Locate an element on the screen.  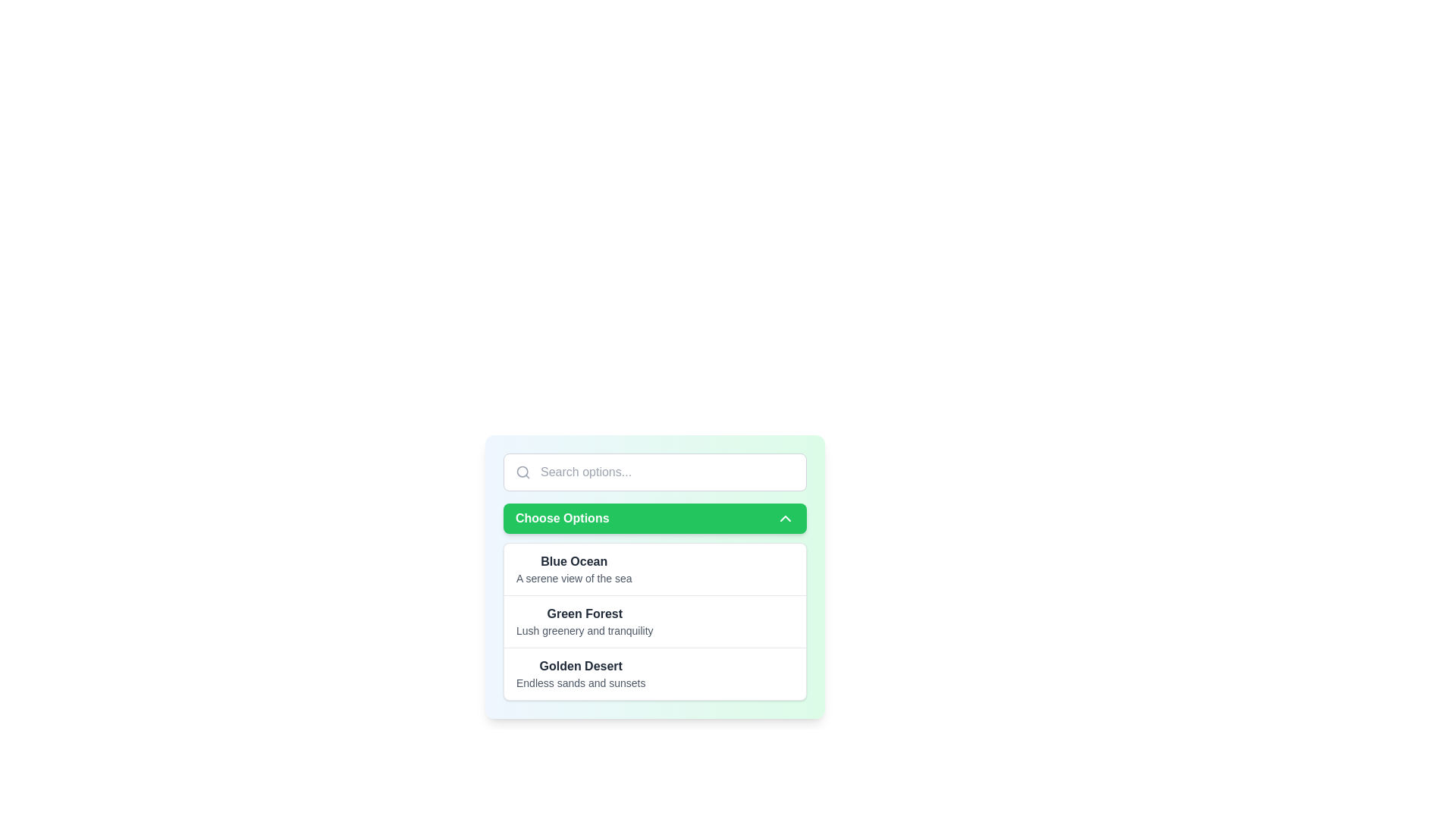
the 'Blue Ocean' text label, which is styled in bold dark gray on a light background and serves as the primary heading in the dropdown menu panel is located at coordinates (573, 561).